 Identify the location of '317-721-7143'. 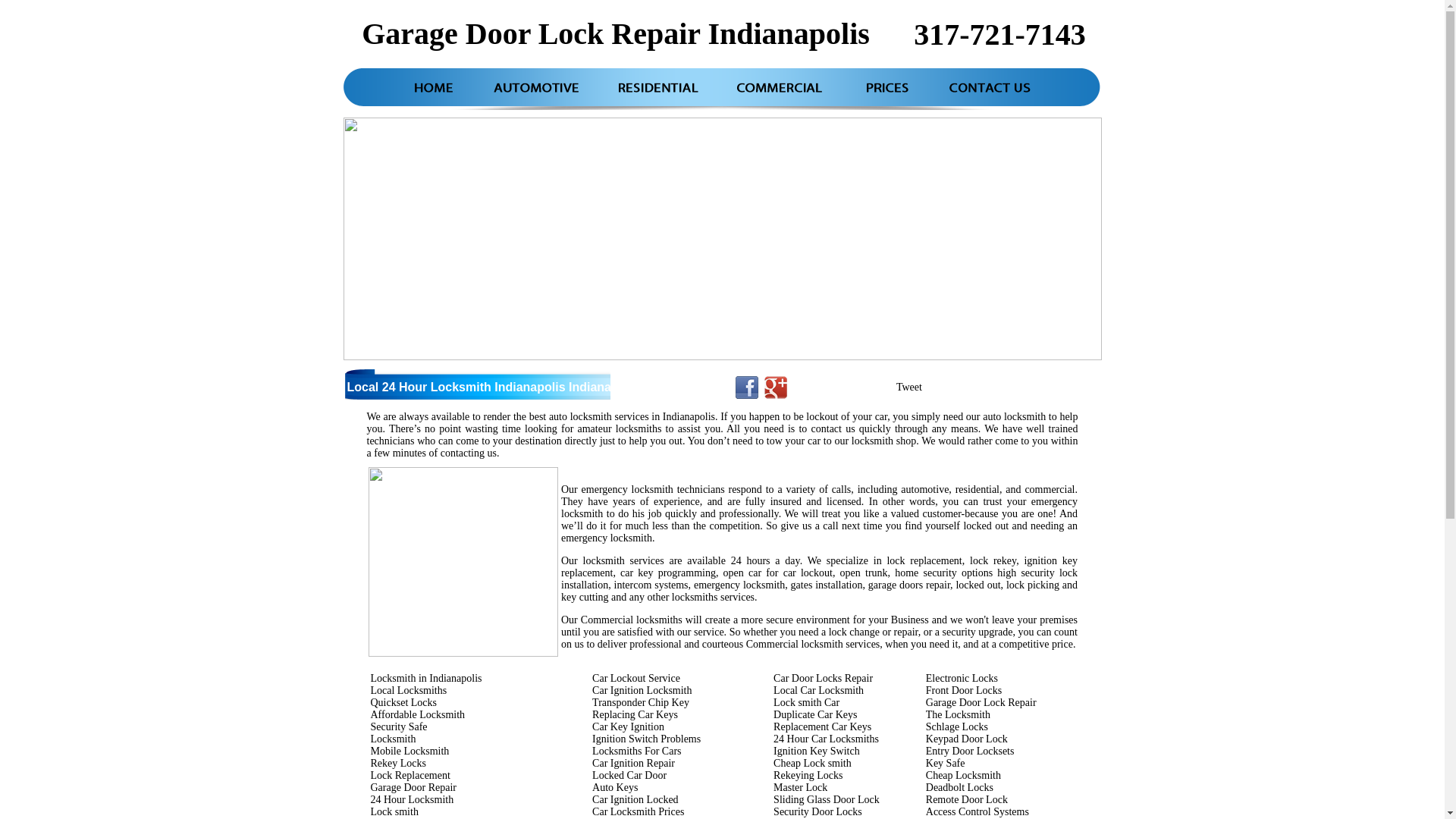
(999, 34).